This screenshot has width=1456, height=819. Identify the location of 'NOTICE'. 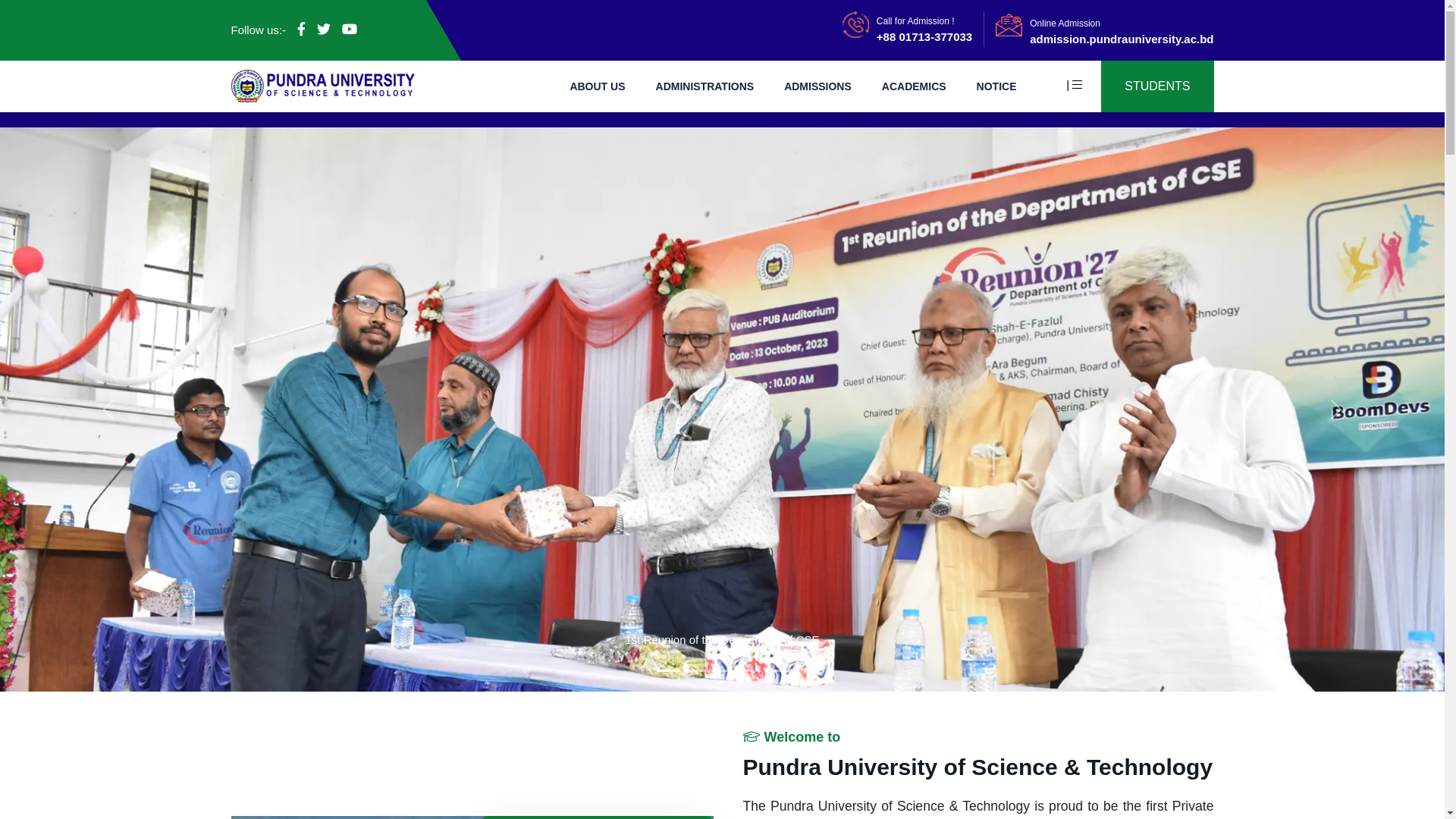
(996, 85).